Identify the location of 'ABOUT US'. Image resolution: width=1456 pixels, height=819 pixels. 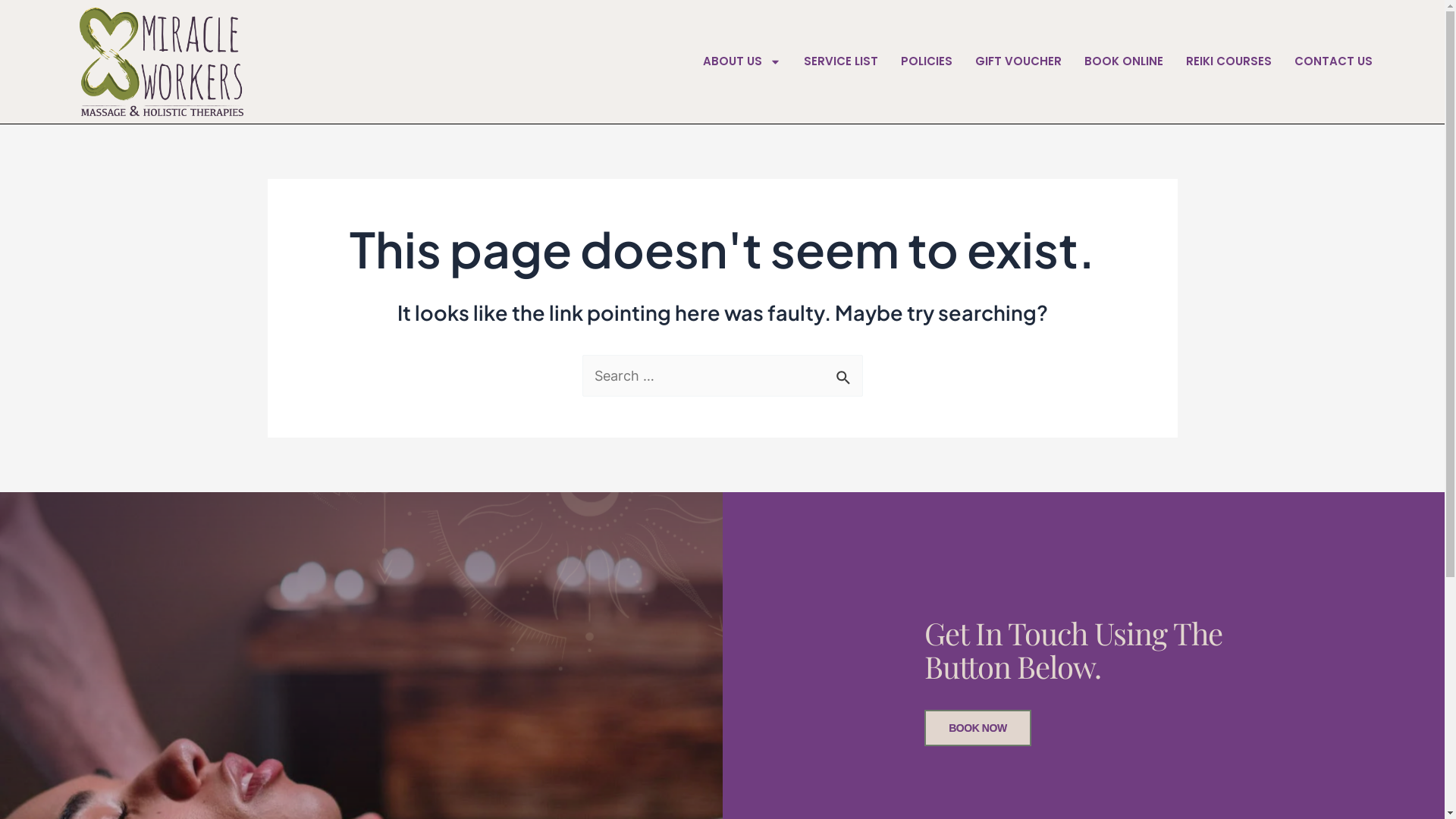
(742, 61).